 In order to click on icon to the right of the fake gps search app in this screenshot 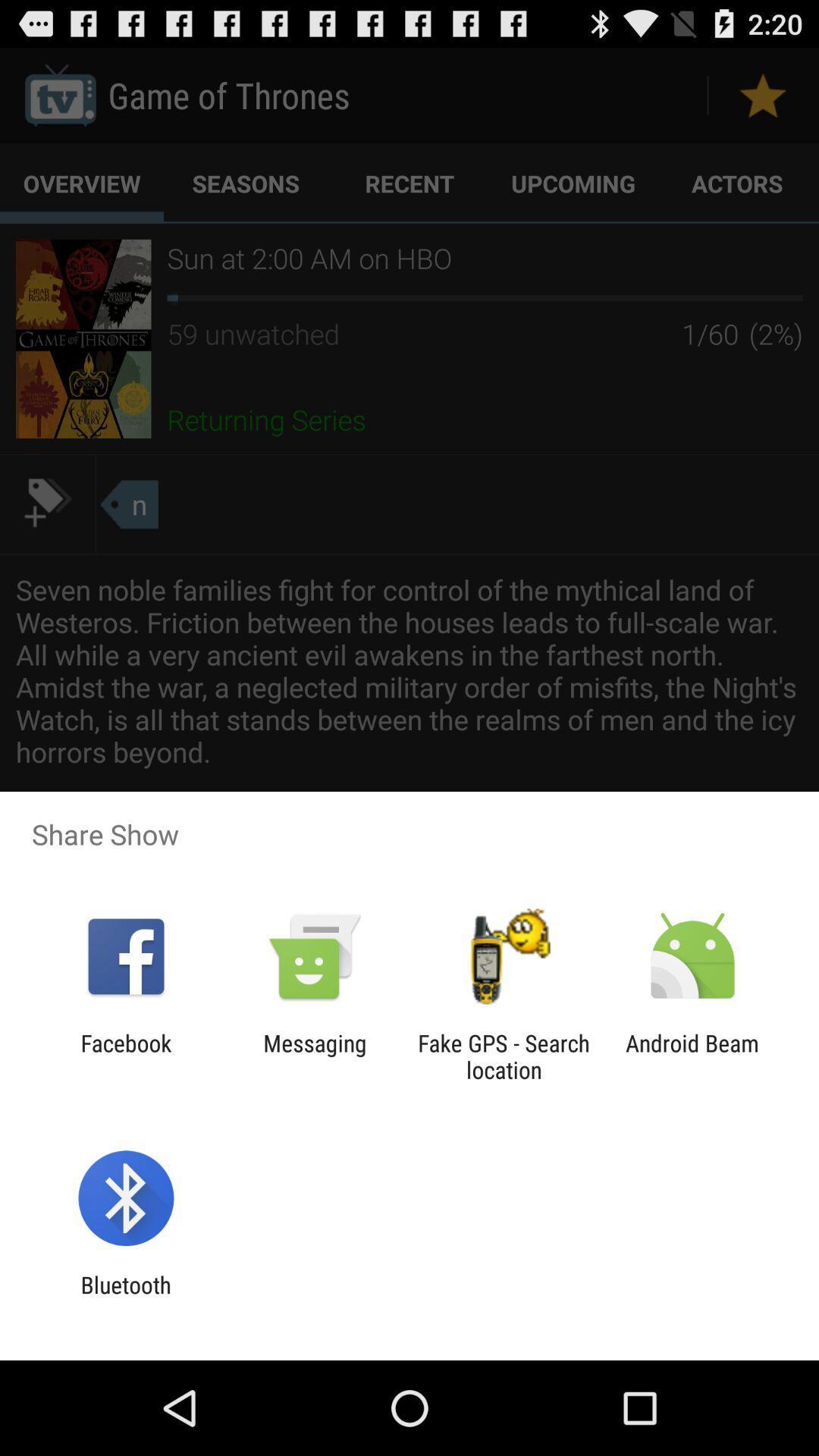, I will do `click(692, 1056)`.